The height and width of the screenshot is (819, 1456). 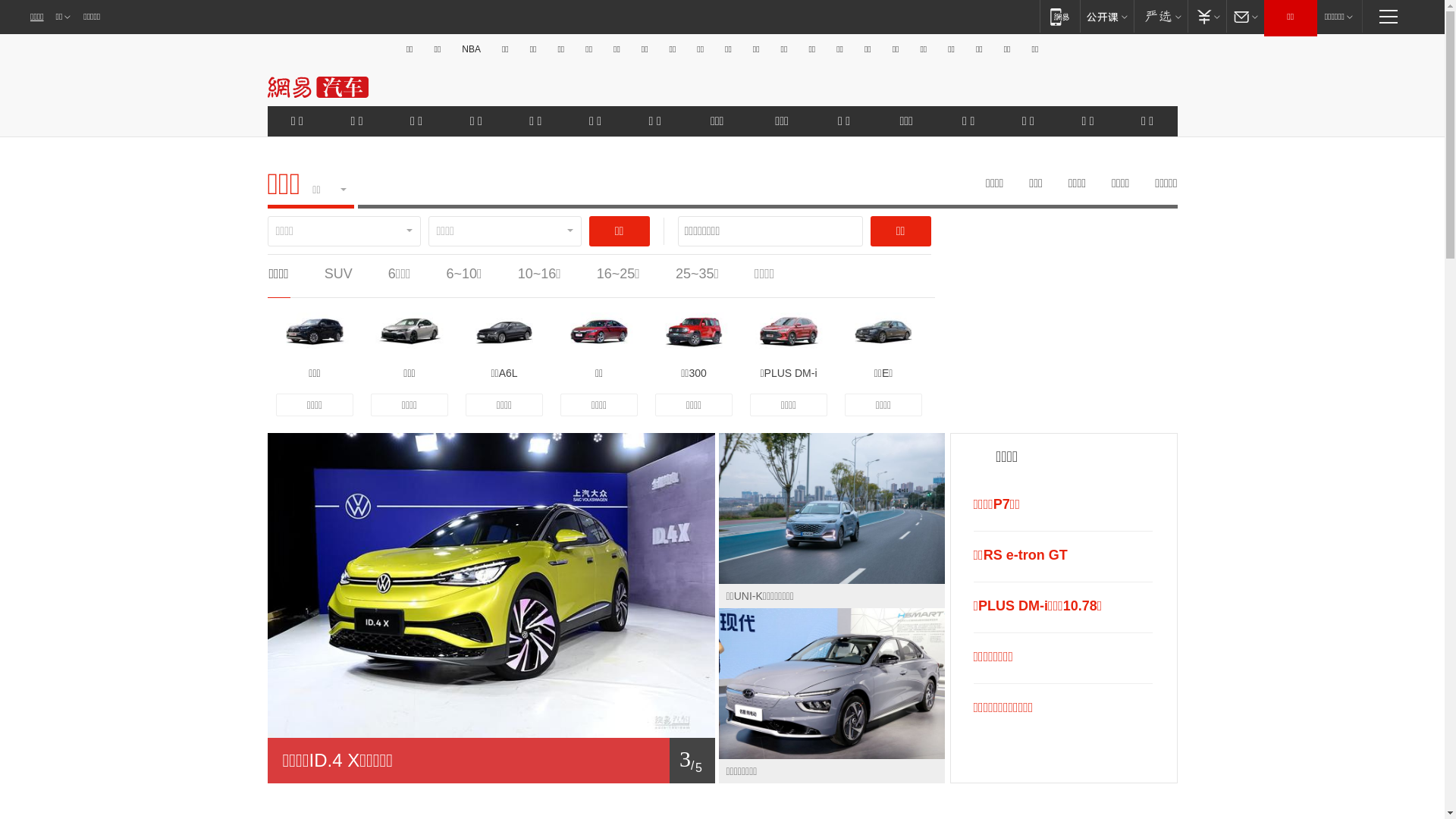 I want to click on '1/ 5', so click(x=491, y=760).